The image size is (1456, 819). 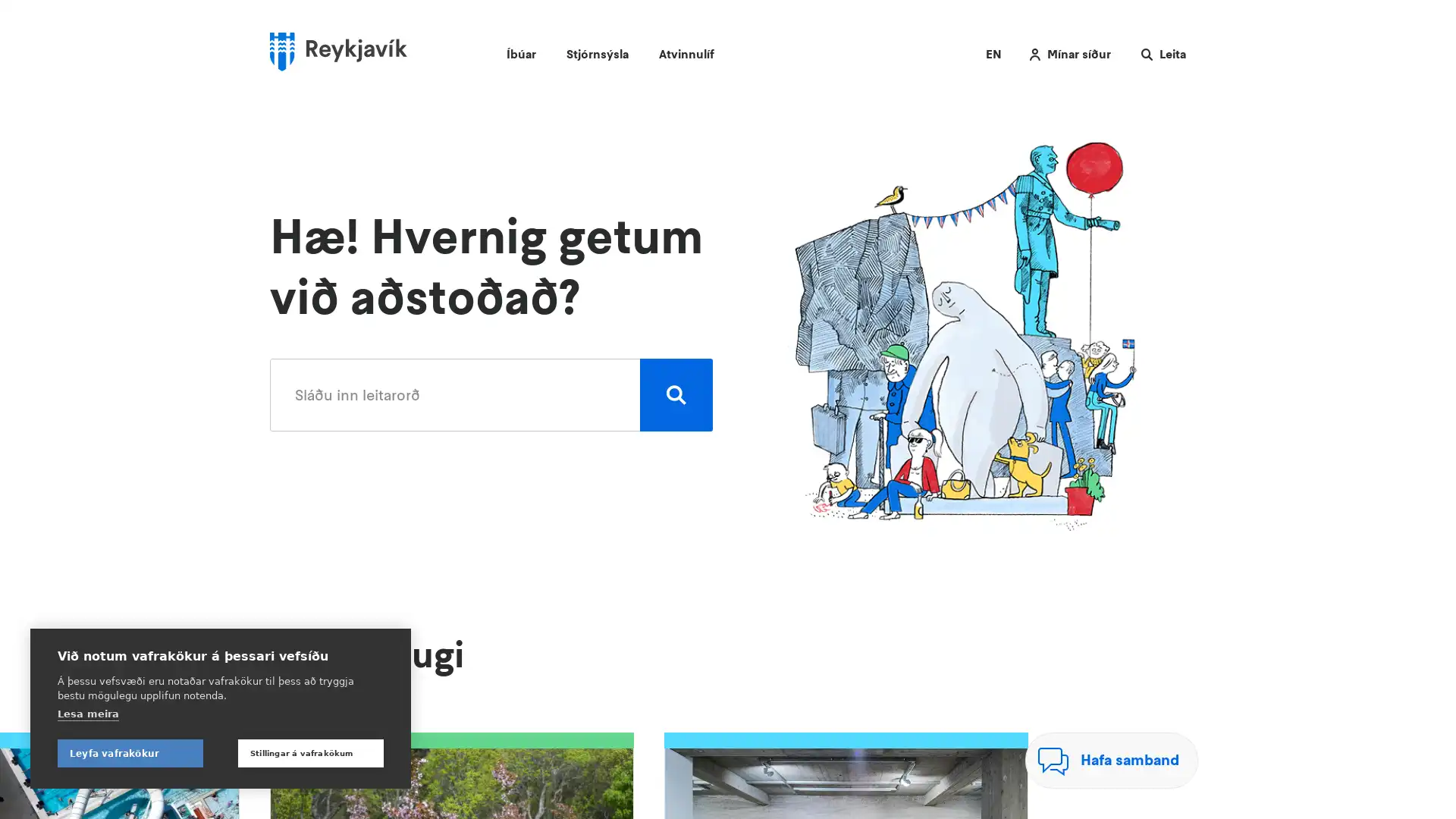 What do you see at coordinates (130, 753) in the screenshot?
I see `Leyfa vafrakokur` at bounding box center [130, 753].